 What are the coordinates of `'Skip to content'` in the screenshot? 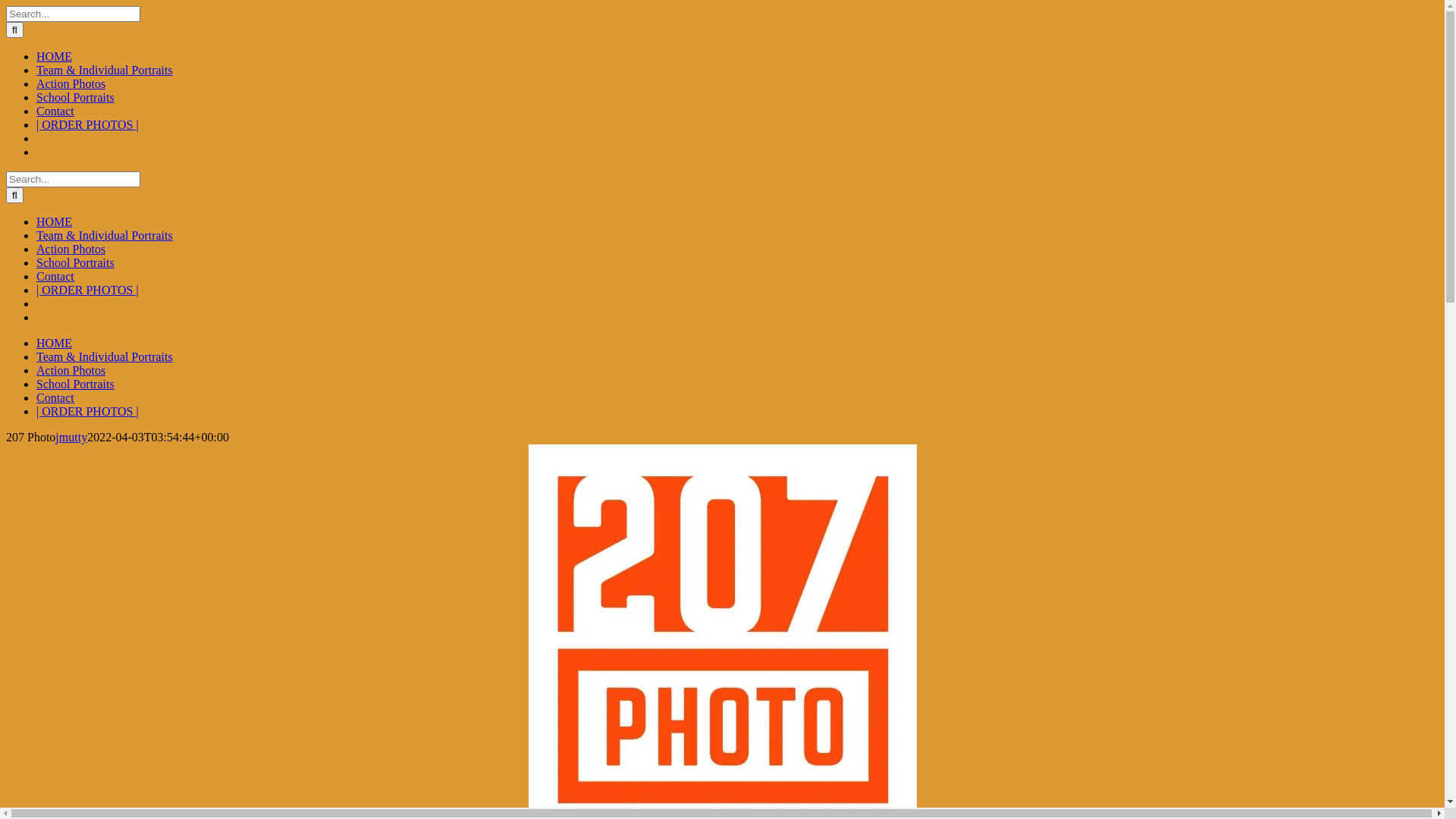 It's located at (5, 5).